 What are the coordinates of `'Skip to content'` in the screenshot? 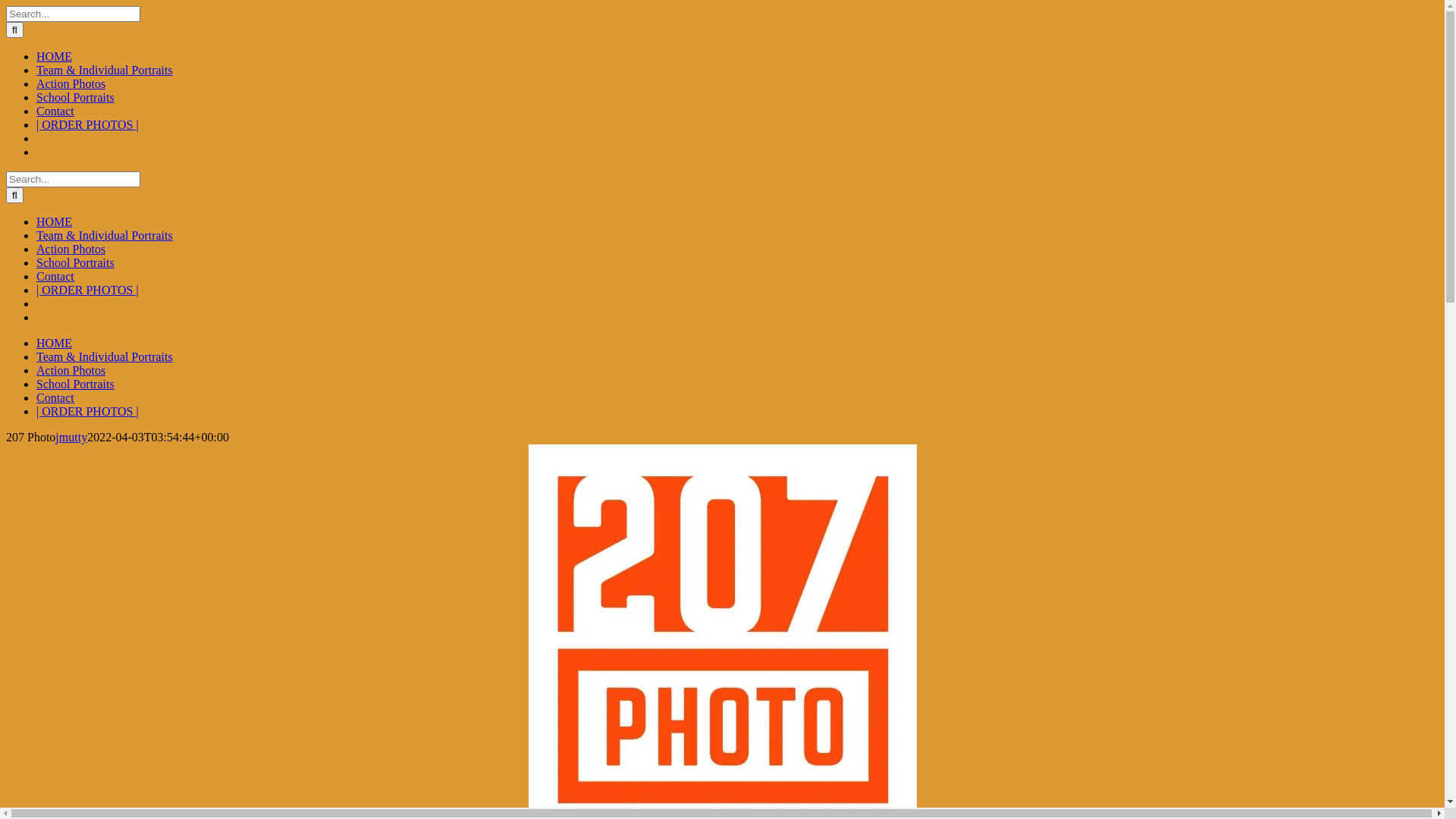 It's located at (5, 5).